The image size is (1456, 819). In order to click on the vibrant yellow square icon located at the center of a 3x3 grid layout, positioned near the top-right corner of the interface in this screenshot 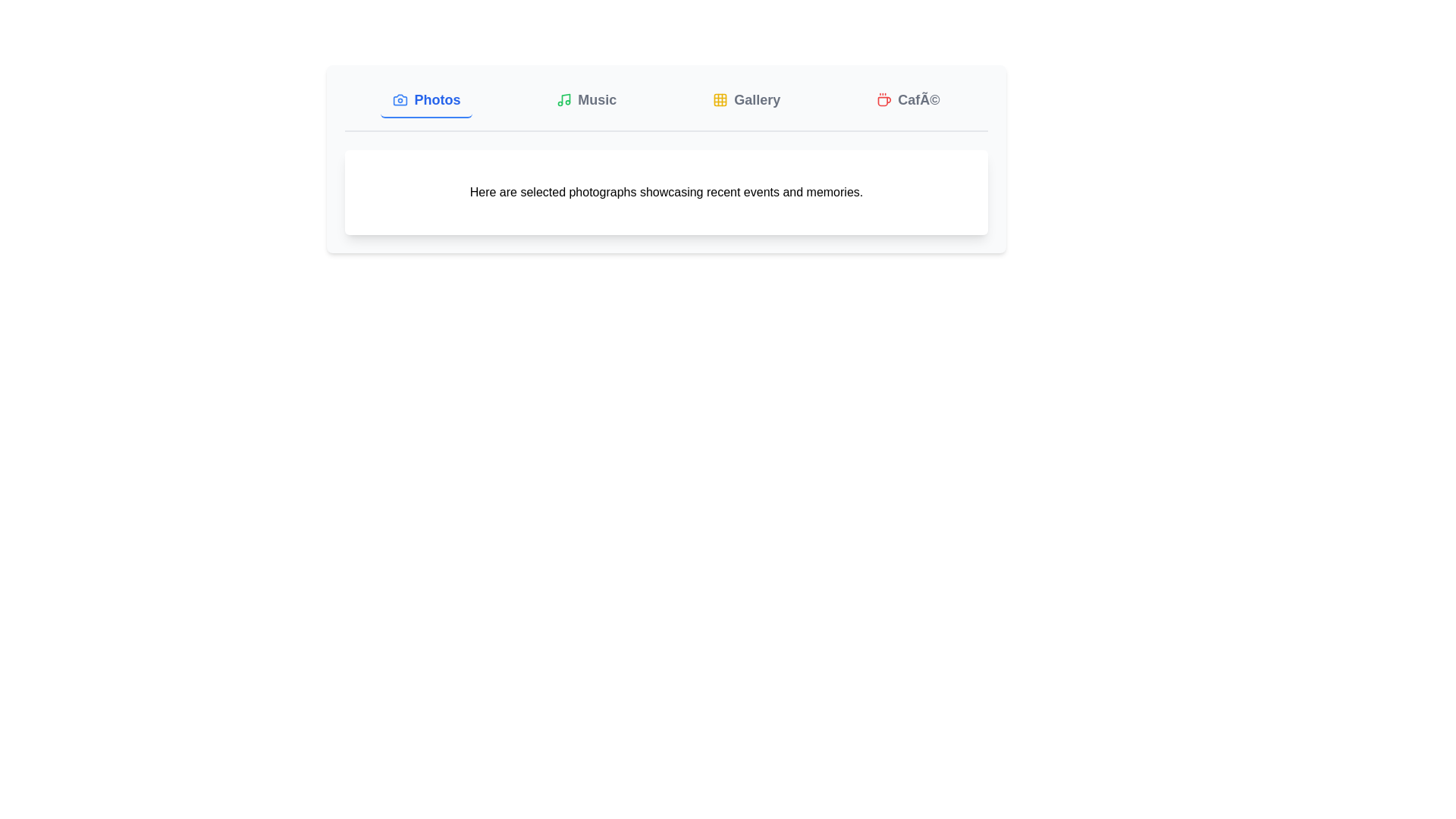, I will do `click(720, 99)`.